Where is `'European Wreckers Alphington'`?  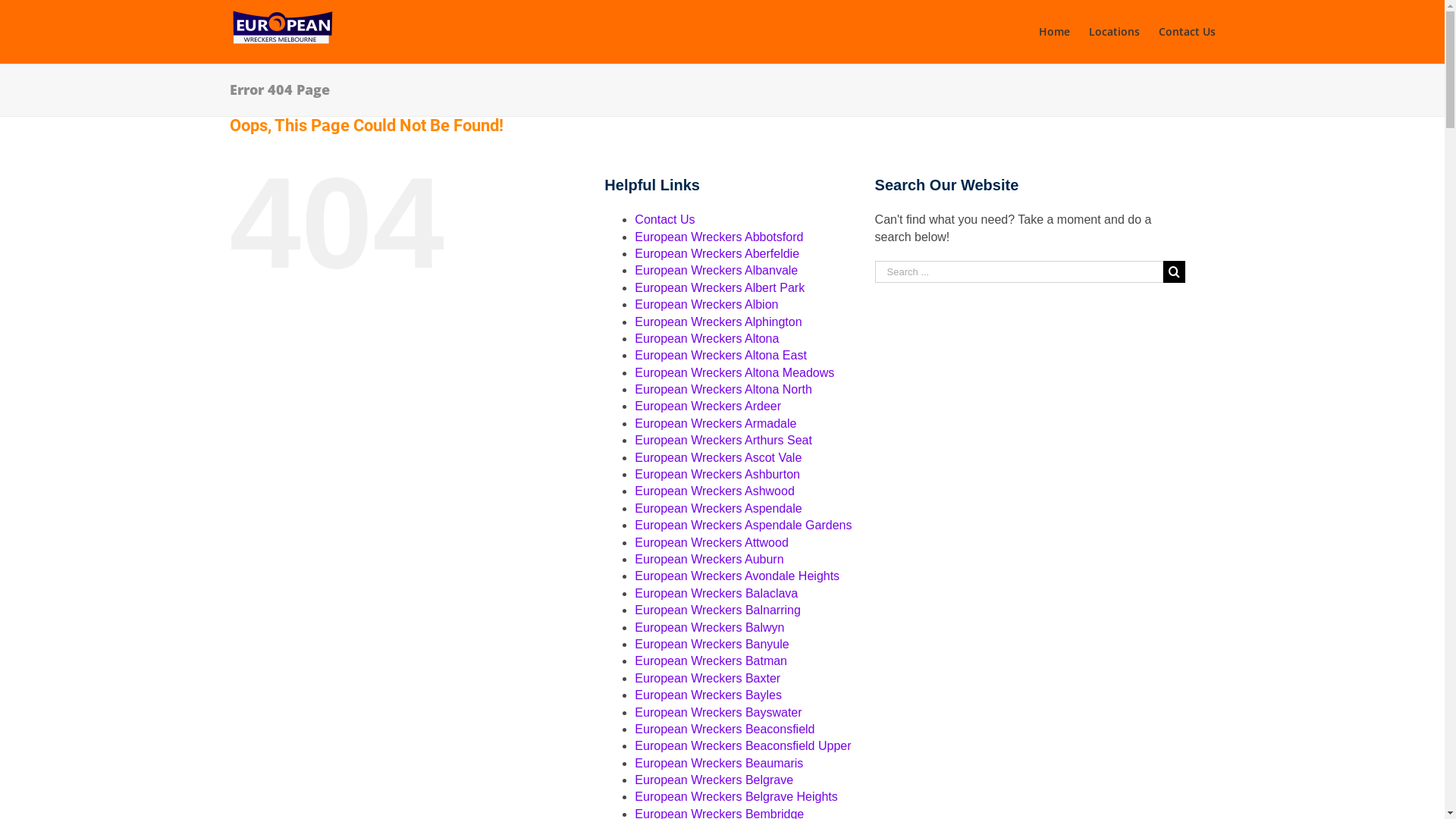 'European Wreckers Alphington' is located at coordinates (717, 321).